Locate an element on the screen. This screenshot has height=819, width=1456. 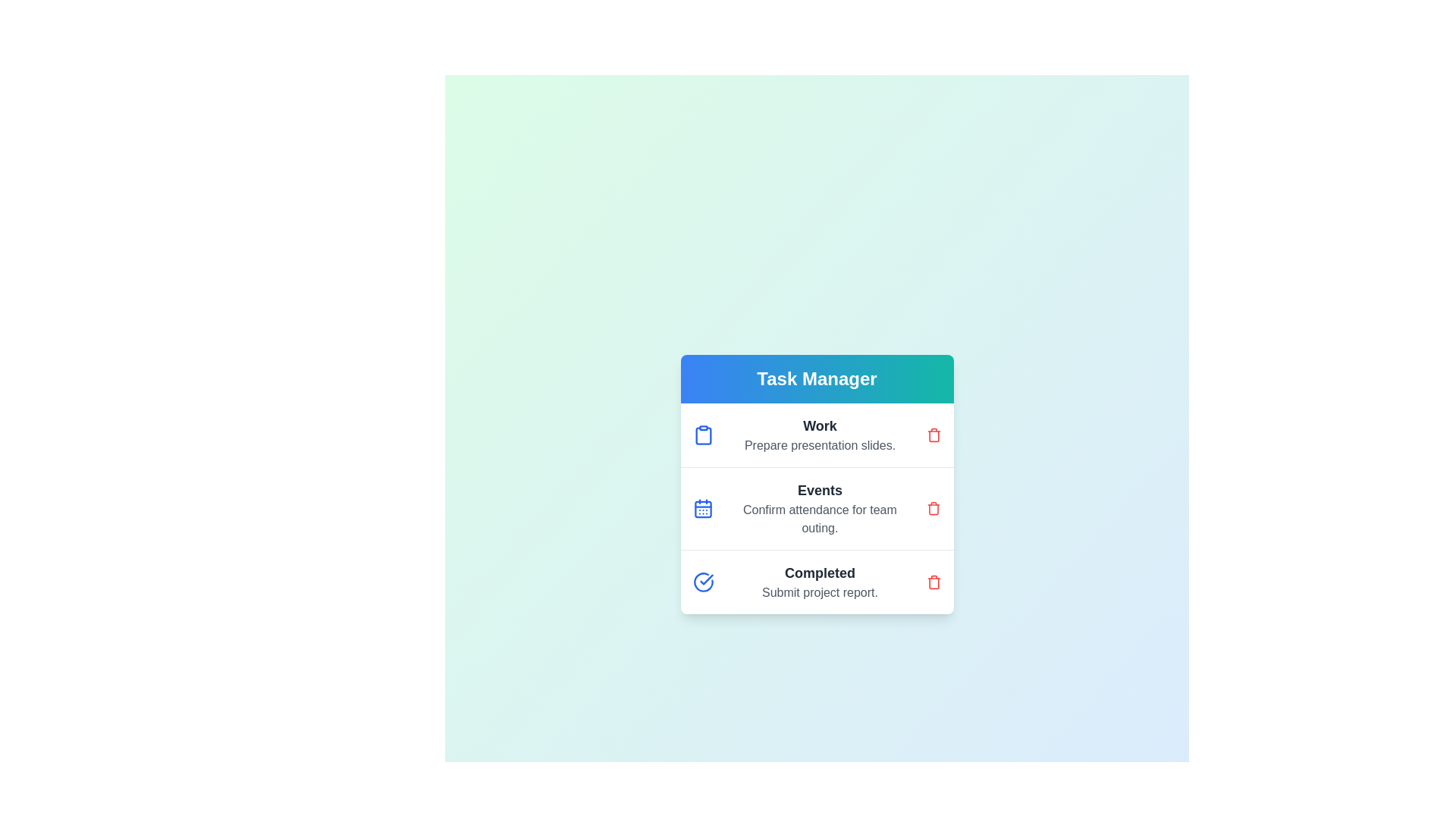
the task icon check_circle to interact with it is located at coordinates (702, 581).